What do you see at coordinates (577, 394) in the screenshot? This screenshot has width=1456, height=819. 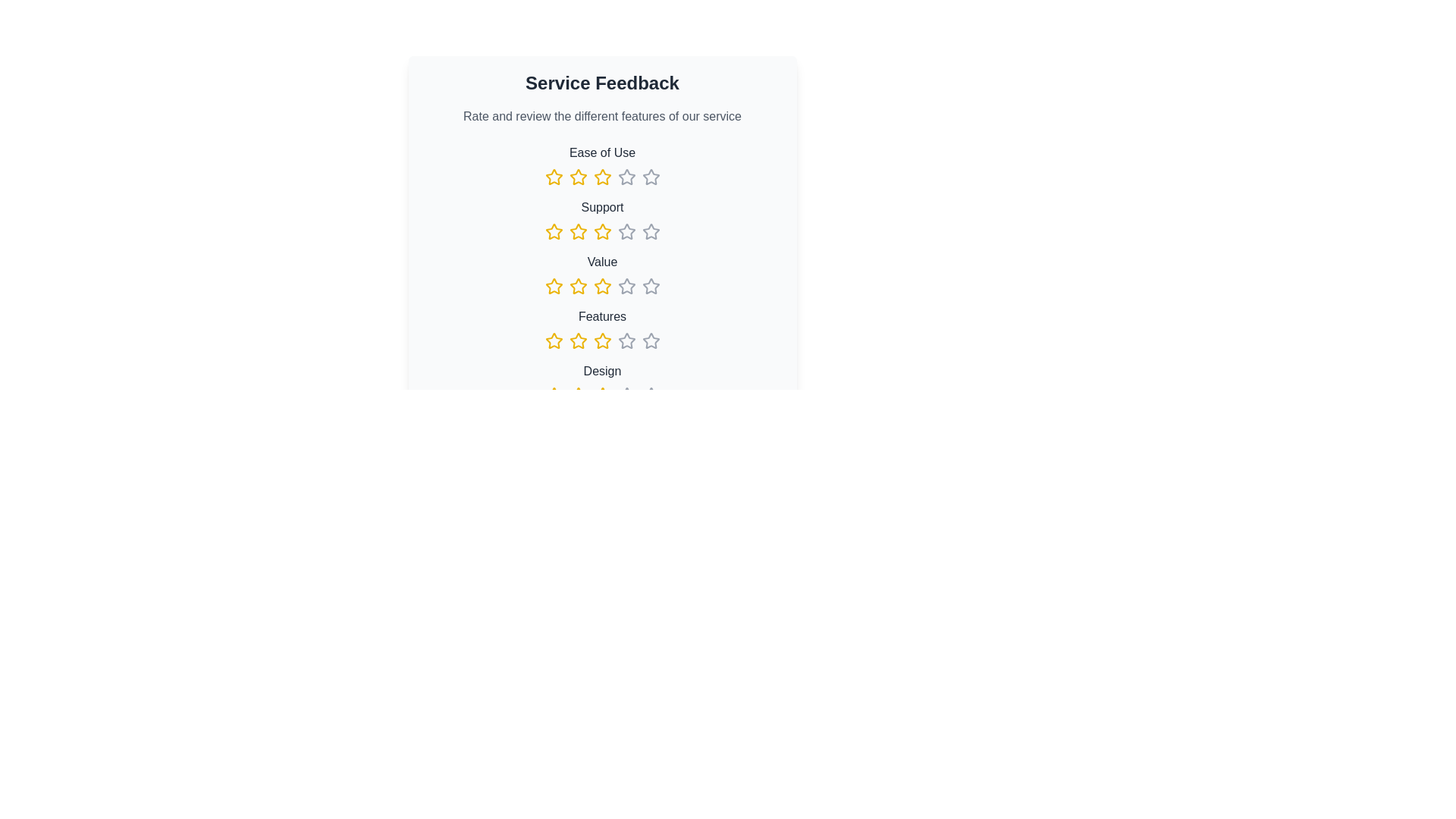 I see `the third star icon in the 'Design' section of the feedback form` at bounding box center [577, 394].